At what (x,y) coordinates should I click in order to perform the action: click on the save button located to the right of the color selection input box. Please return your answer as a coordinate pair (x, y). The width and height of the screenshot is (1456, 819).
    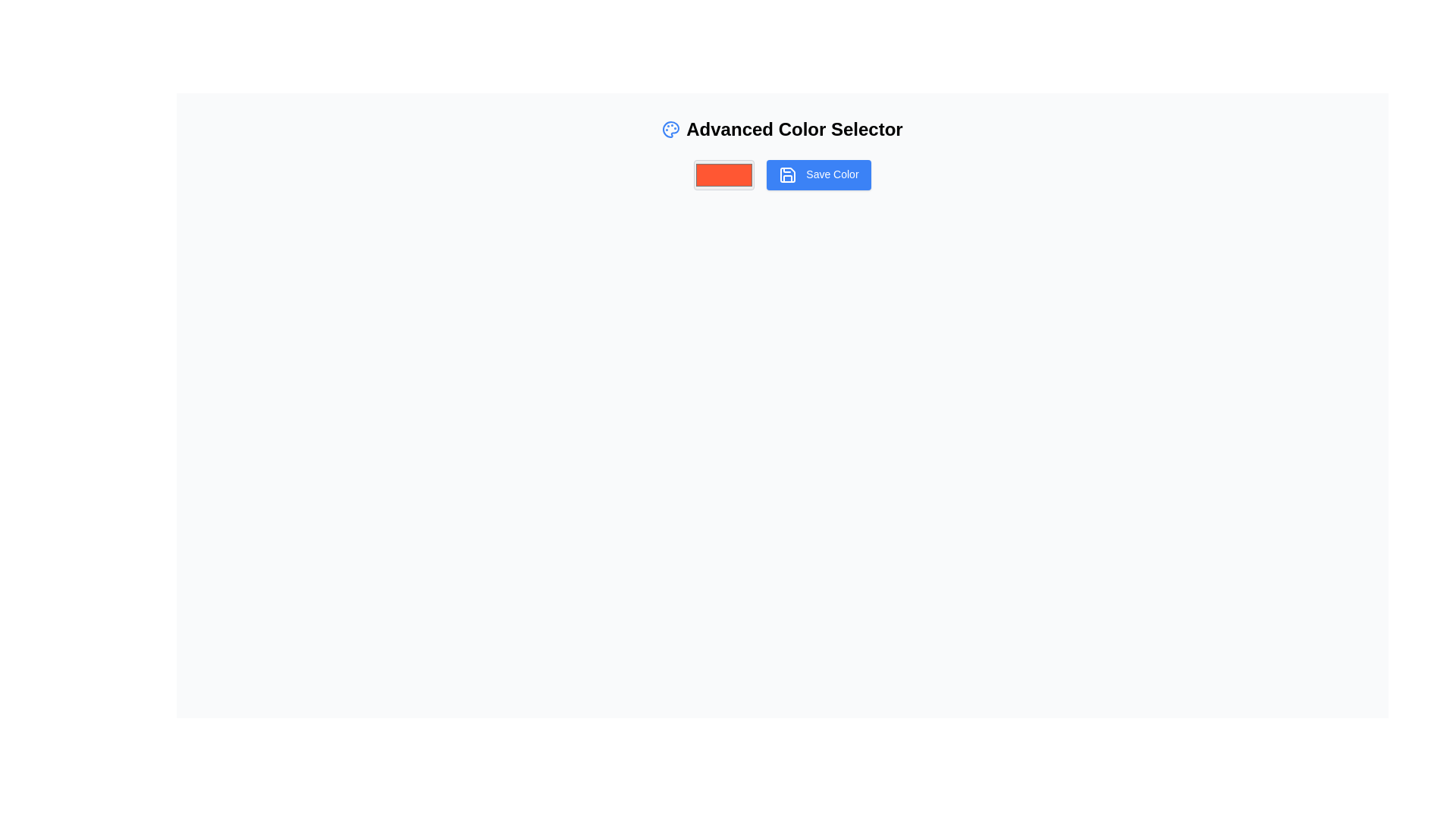
    Looking at the image, I should click on (818, 174).